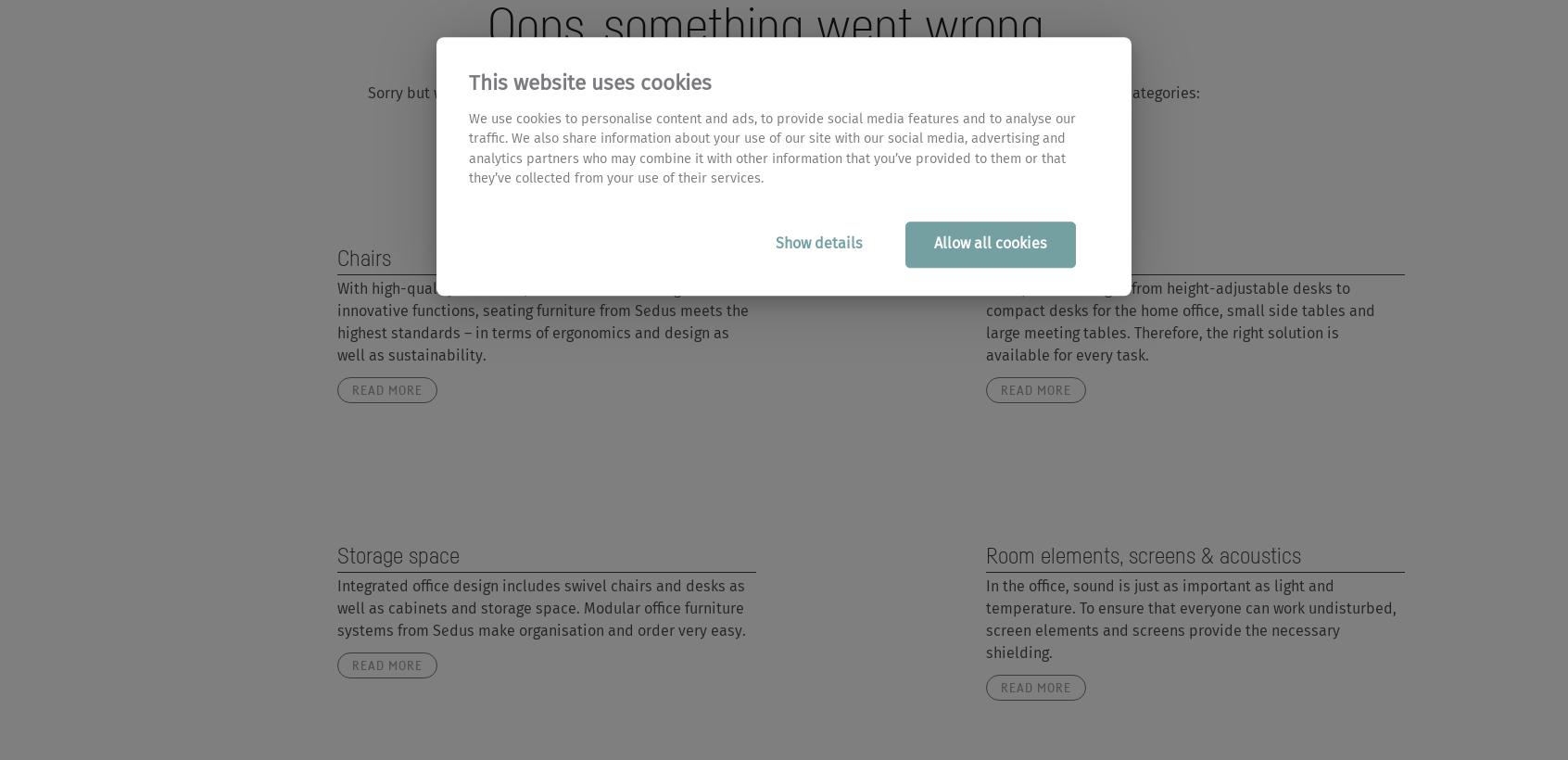  What do you see at coordinates (818, 245) in the screenshot?
I see `'Show details'` at bounding box center [818, 245].